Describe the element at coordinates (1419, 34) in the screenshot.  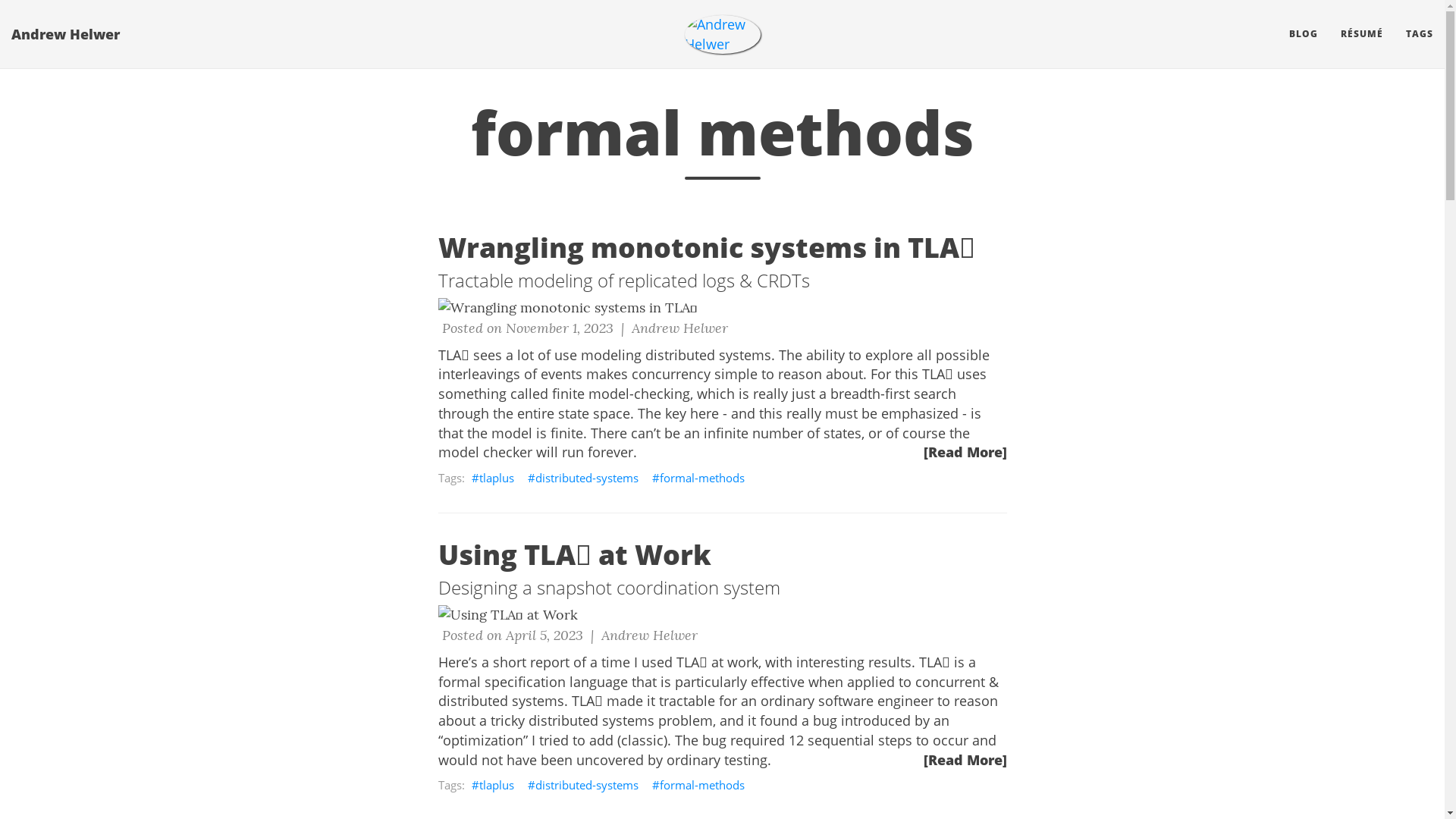
I see `'TAGS'` at that location.